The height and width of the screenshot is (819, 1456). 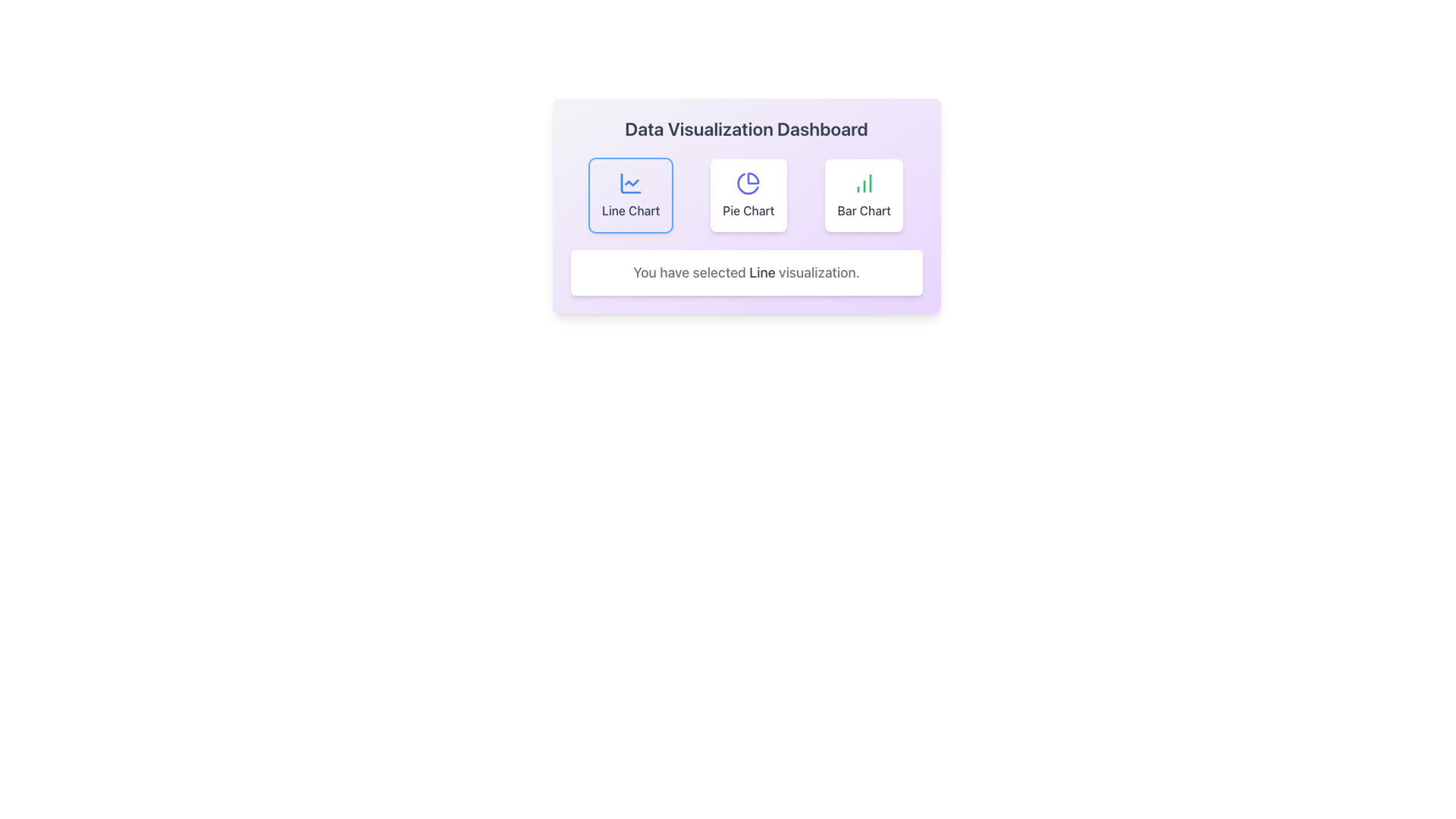 I want to click on the 'Bar Chart' icon located in the center of the third card from the left in the row of chart options in the 'Data Visualization Dashboard', so click(x=864, y=183).